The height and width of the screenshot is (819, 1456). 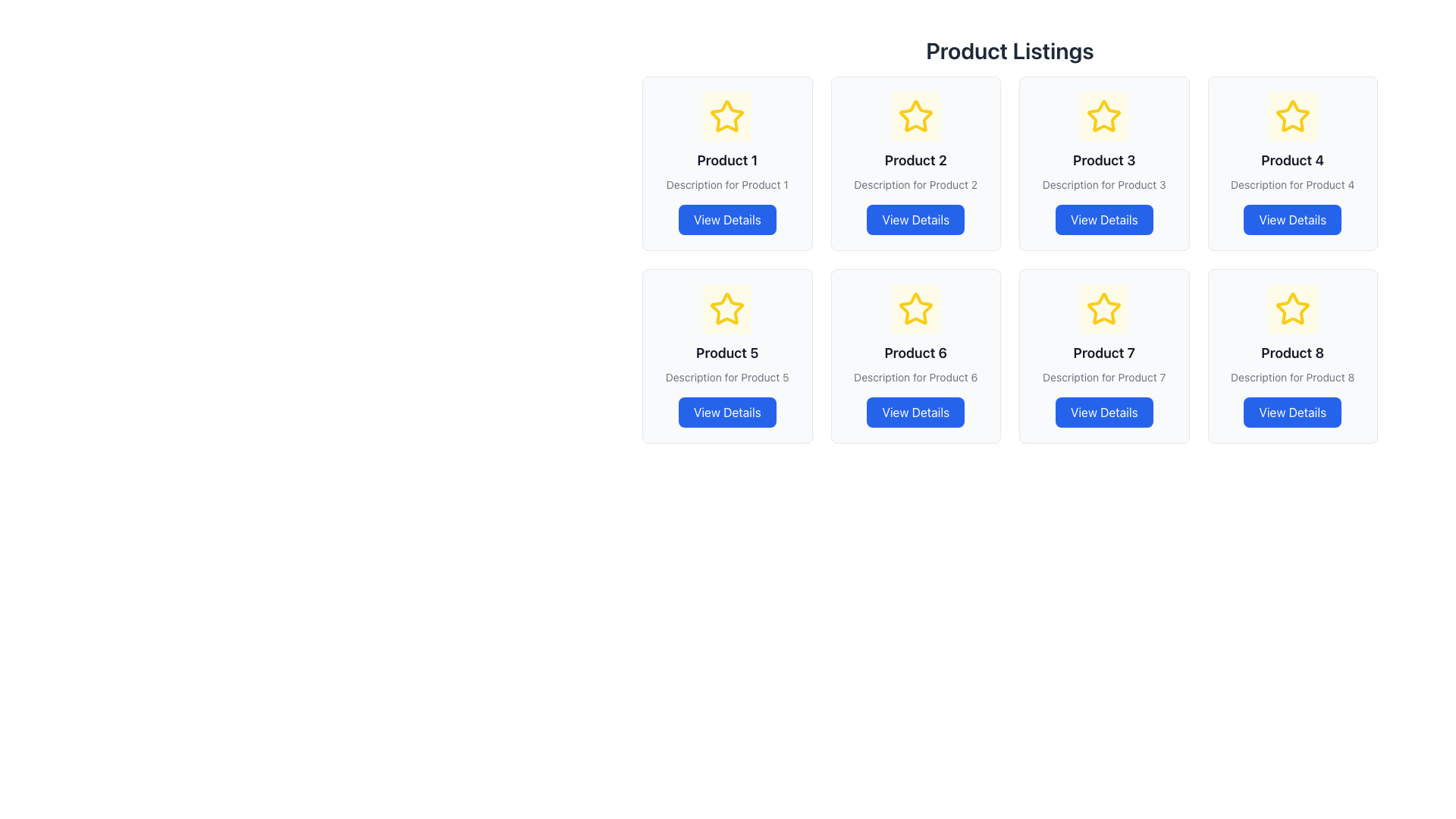 What do you see at coordinates (915, 309) in the screenshot?
I see `the yellow outlined star icon with a hollow center located within the card labeled 'Product 6' to interact or trigger a feature related to the product` at bounding box center [915, 309].